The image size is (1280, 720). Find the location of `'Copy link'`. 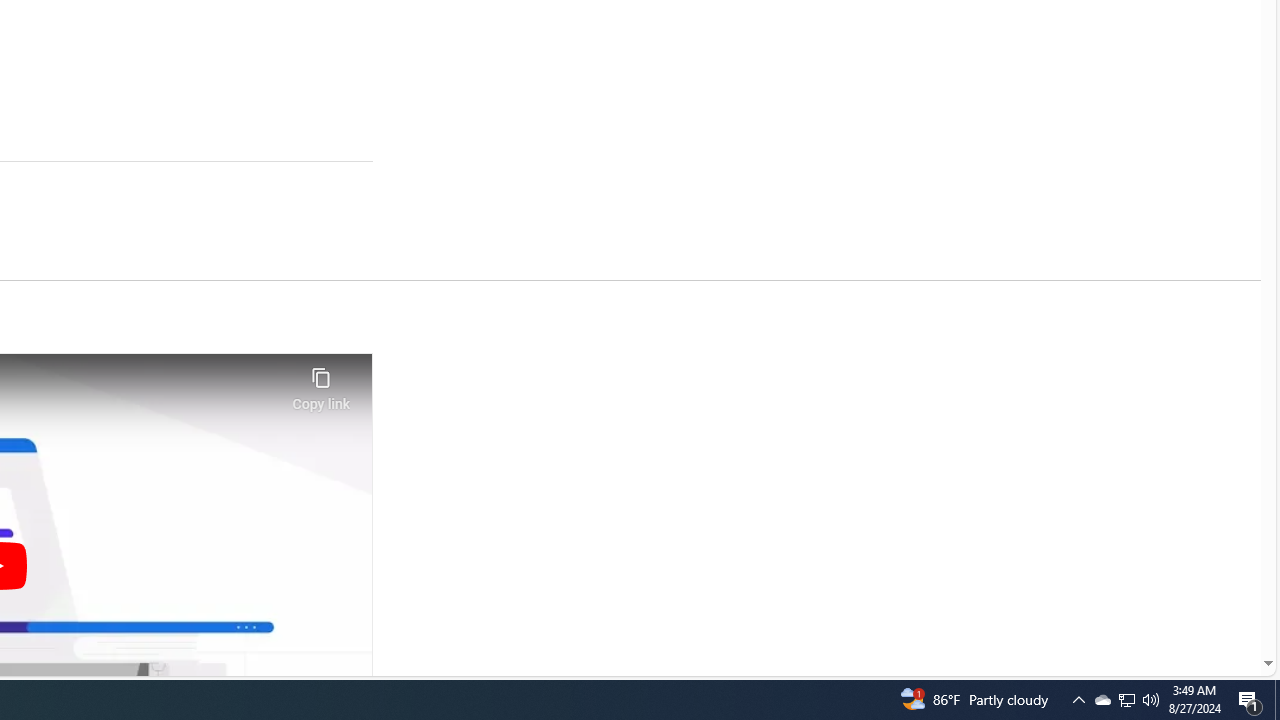

'Copy link' is located at coordinates (320, 383).